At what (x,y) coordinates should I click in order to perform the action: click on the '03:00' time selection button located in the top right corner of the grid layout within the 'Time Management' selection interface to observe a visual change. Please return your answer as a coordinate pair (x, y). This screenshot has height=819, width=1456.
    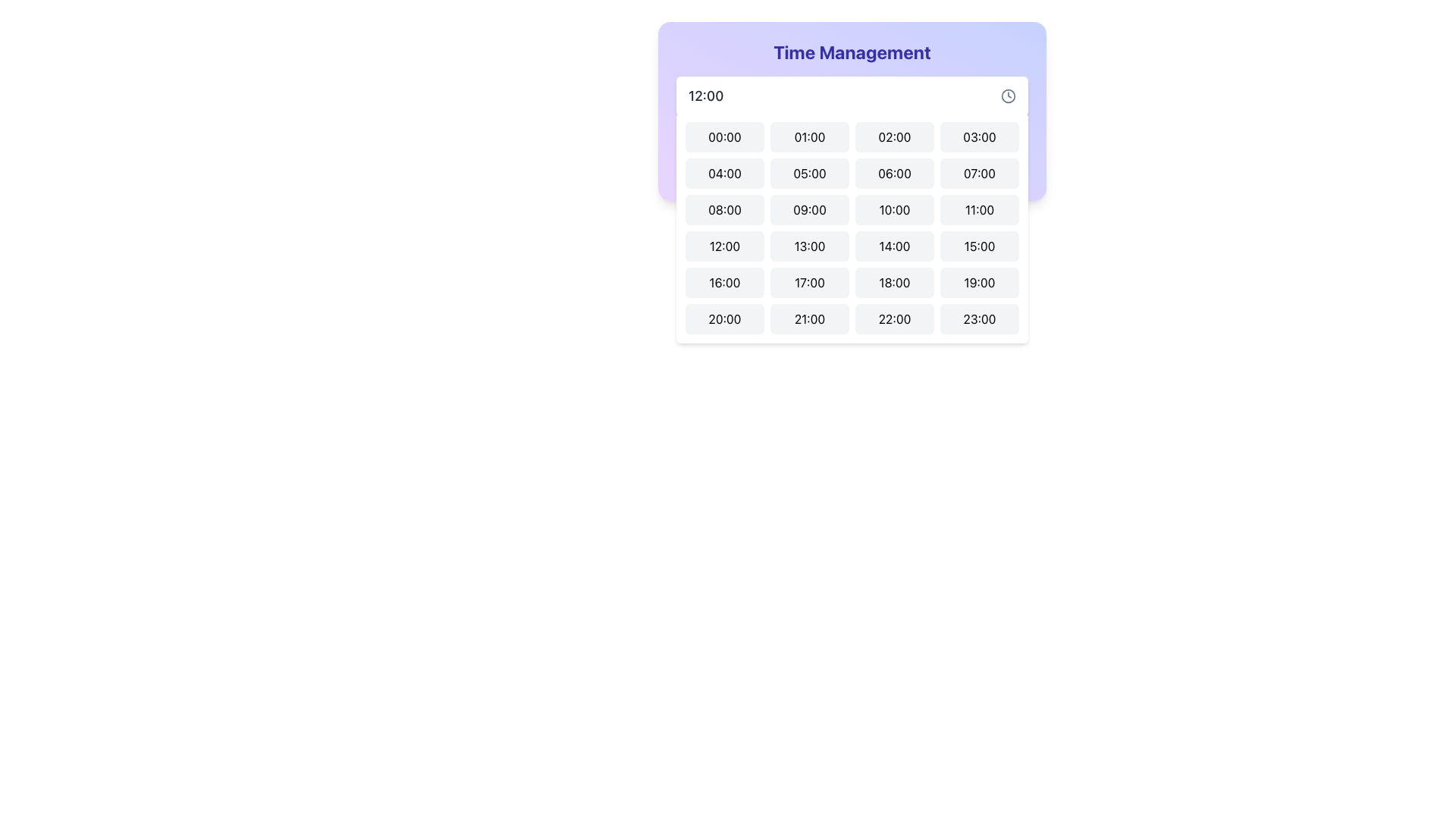
    Looking at the image, I should click on (979, 137).